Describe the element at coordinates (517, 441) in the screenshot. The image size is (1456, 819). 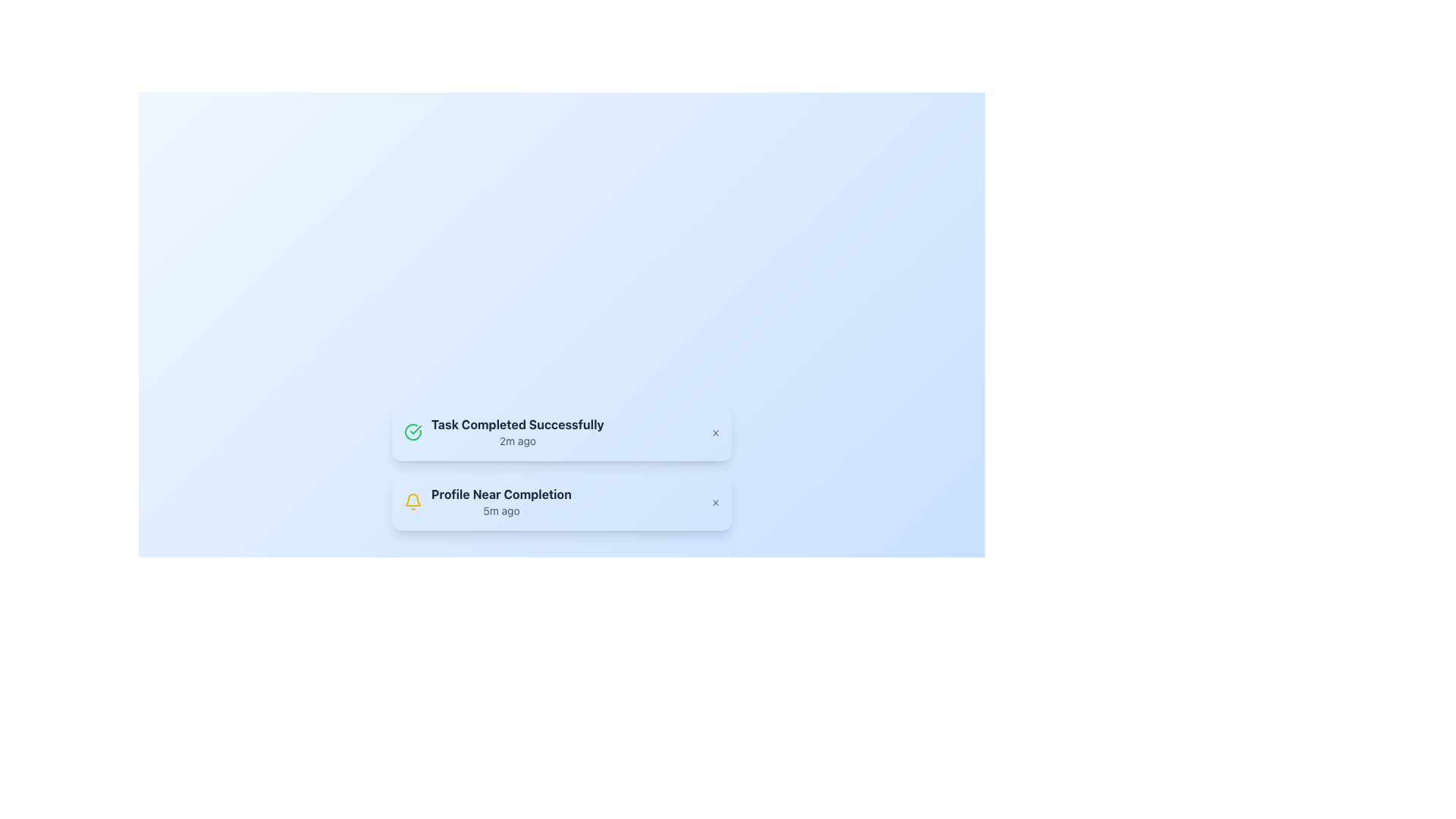
I see `the timestamp Text Label that indicates when the associated task was completed, which is located below the text 'Task Completed Successfully' in the upper section of the UI` at that location.